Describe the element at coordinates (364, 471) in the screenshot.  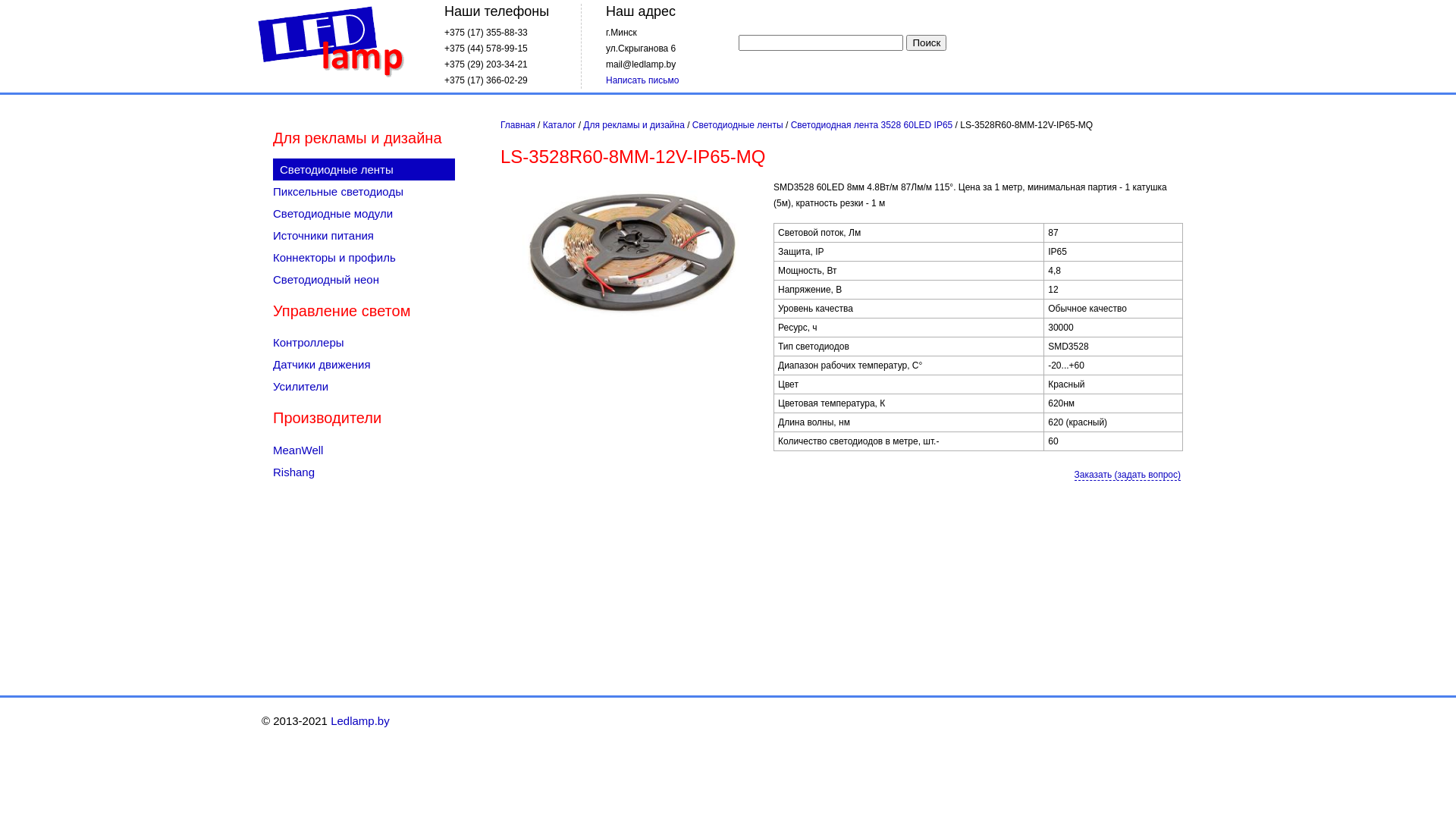
I see `'Rishang'` at that location.